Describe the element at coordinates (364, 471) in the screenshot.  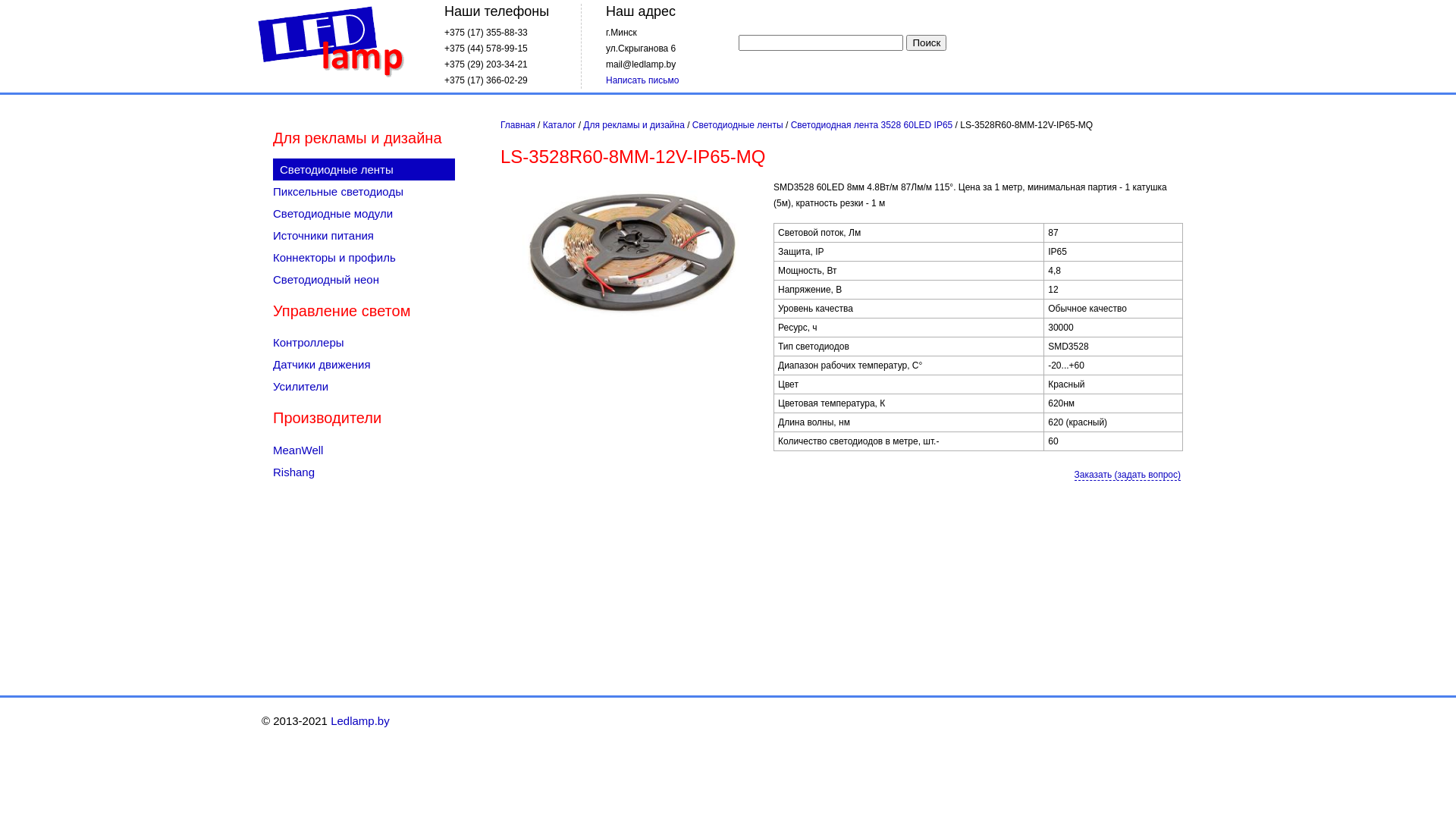
I see `'Rishang'` at that location.